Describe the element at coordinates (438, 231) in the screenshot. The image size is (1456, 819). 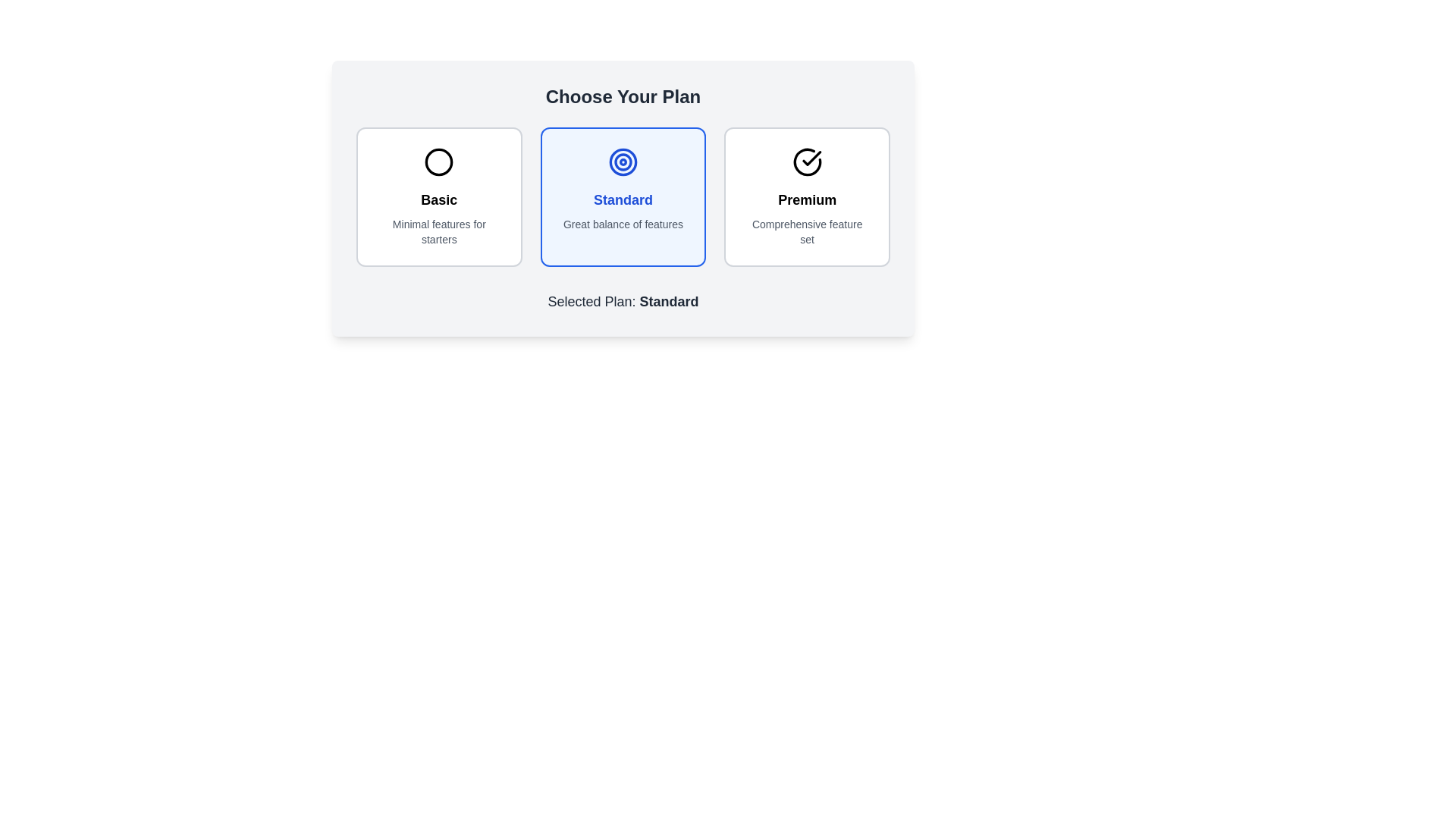
I see `the text label that reads 'Minimal features for starters', which is styled in a smaller gray font and located below the headline 'Basic' in the 'Basic' plan card` at that location.